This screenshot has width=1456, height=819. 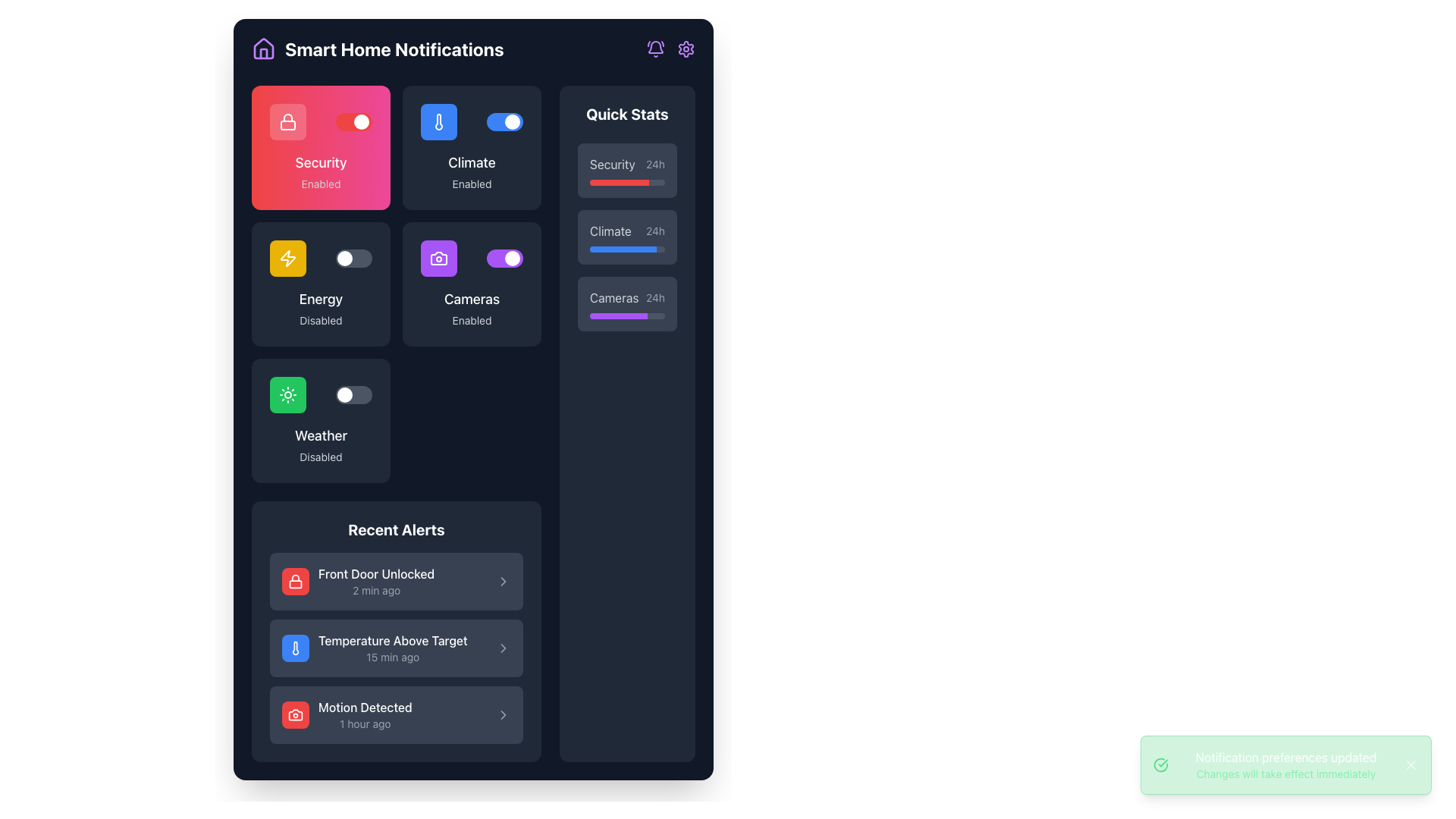 I want to click on the 'Quick Stats' text label located at the top of the section on the right side of the interface, so click(x=627, y=113).